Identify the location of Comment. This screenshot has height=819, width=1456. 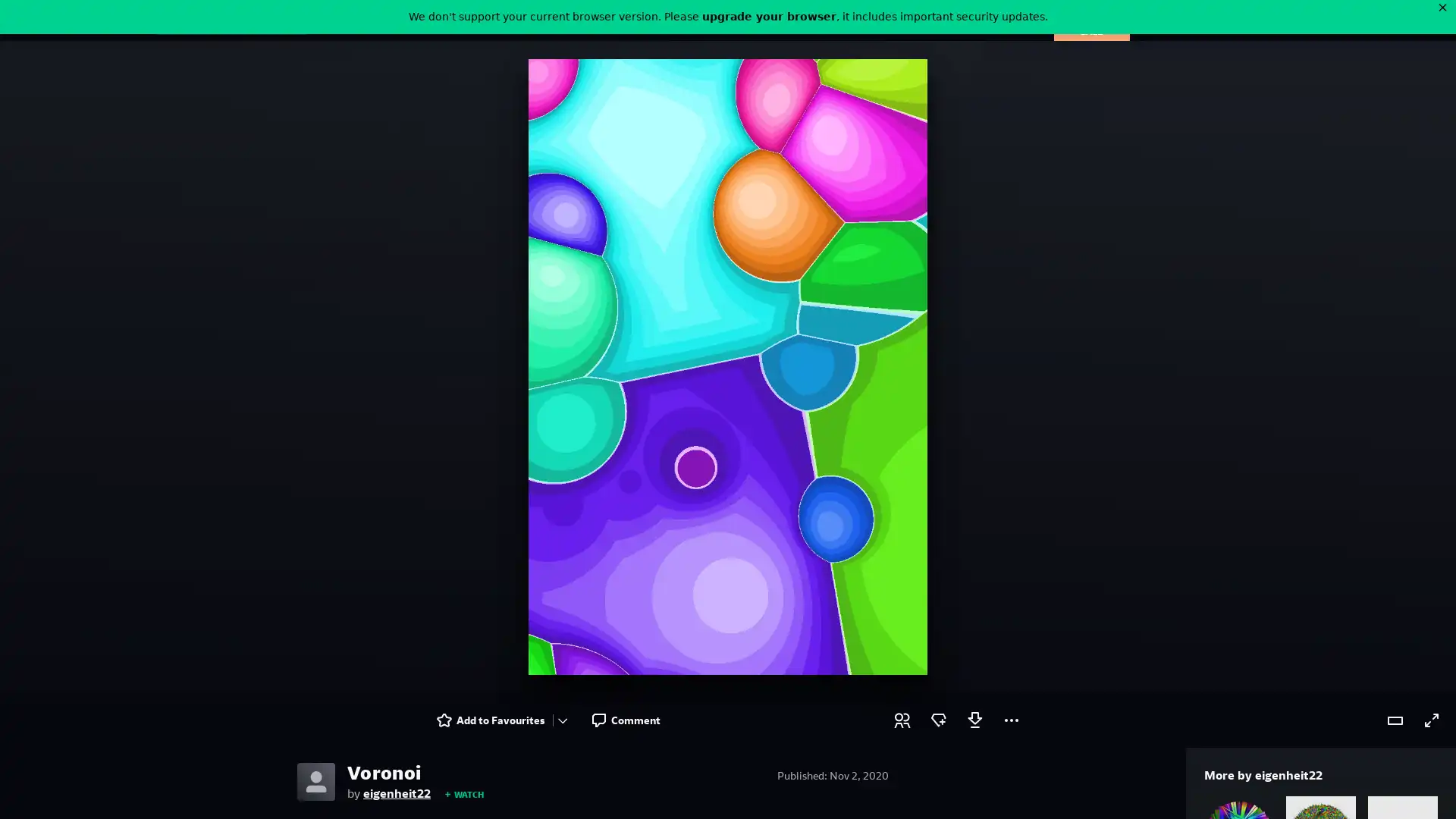
(490, 719).